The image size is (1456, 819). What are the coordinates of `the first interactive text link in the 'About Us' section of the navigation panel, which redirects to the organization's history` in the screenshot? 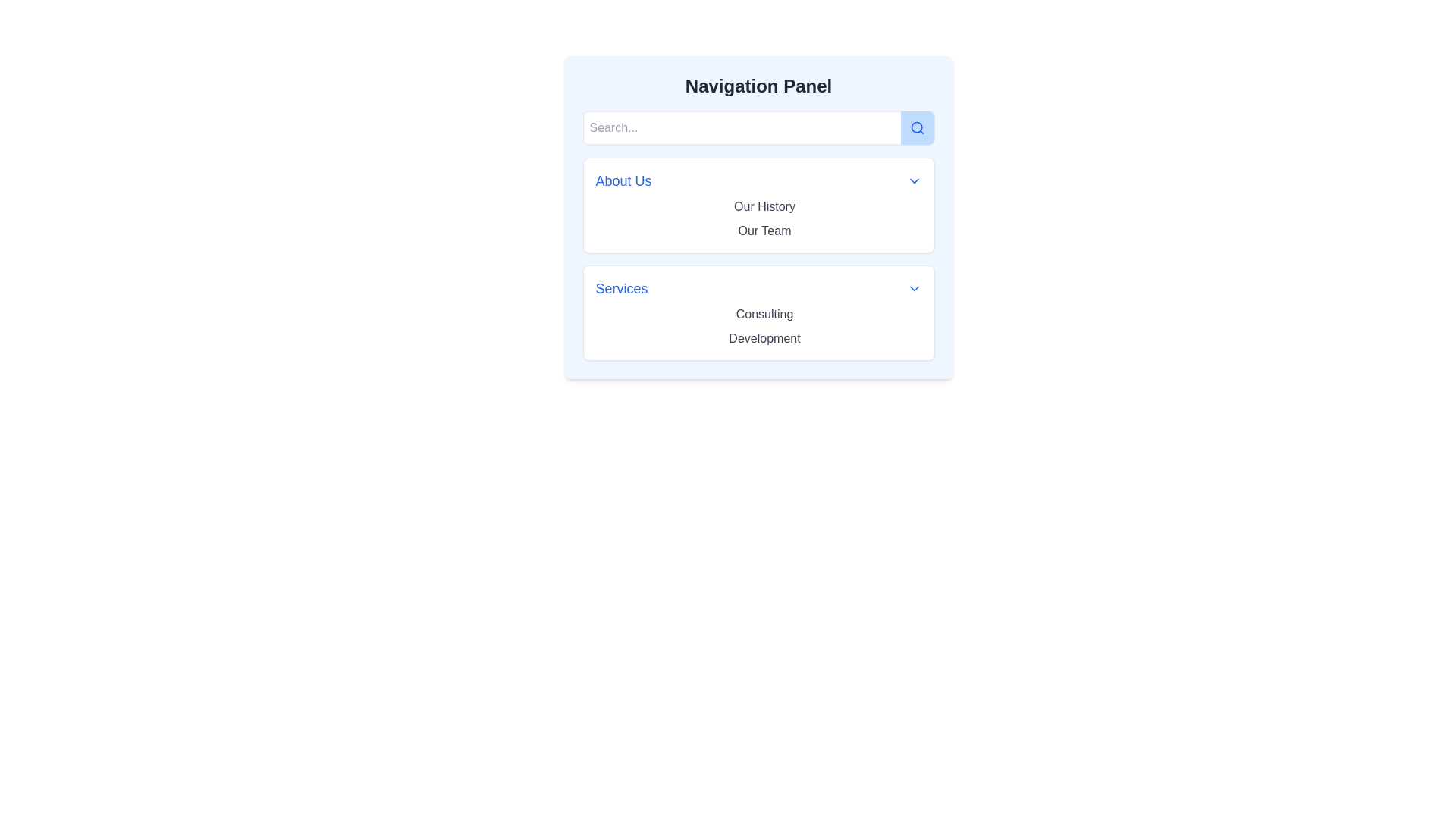 It's located at (764, 207).